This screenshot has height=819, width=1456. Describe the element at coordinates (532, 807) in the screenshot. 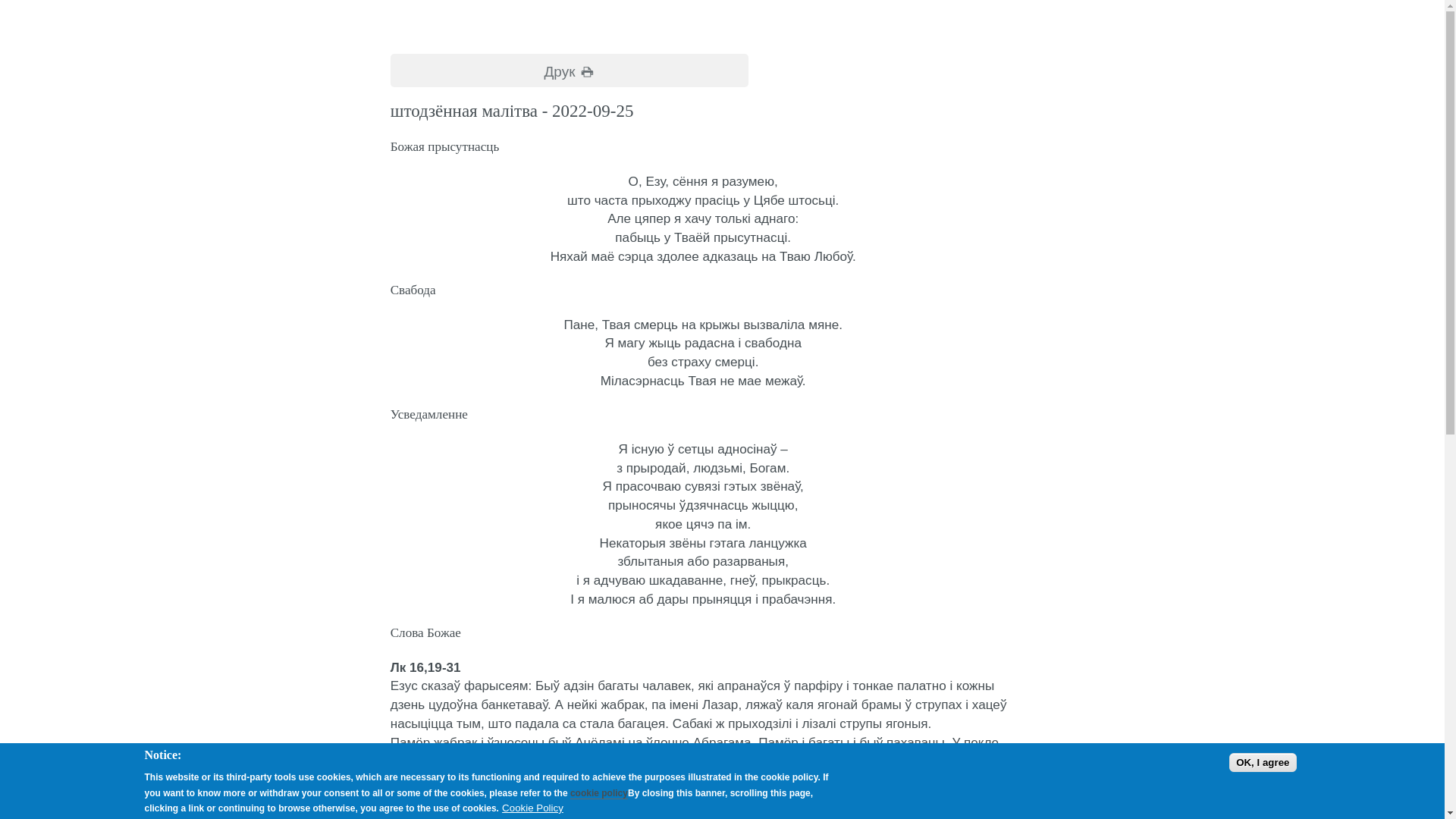

I see `'Cookie Policy'` at that location.